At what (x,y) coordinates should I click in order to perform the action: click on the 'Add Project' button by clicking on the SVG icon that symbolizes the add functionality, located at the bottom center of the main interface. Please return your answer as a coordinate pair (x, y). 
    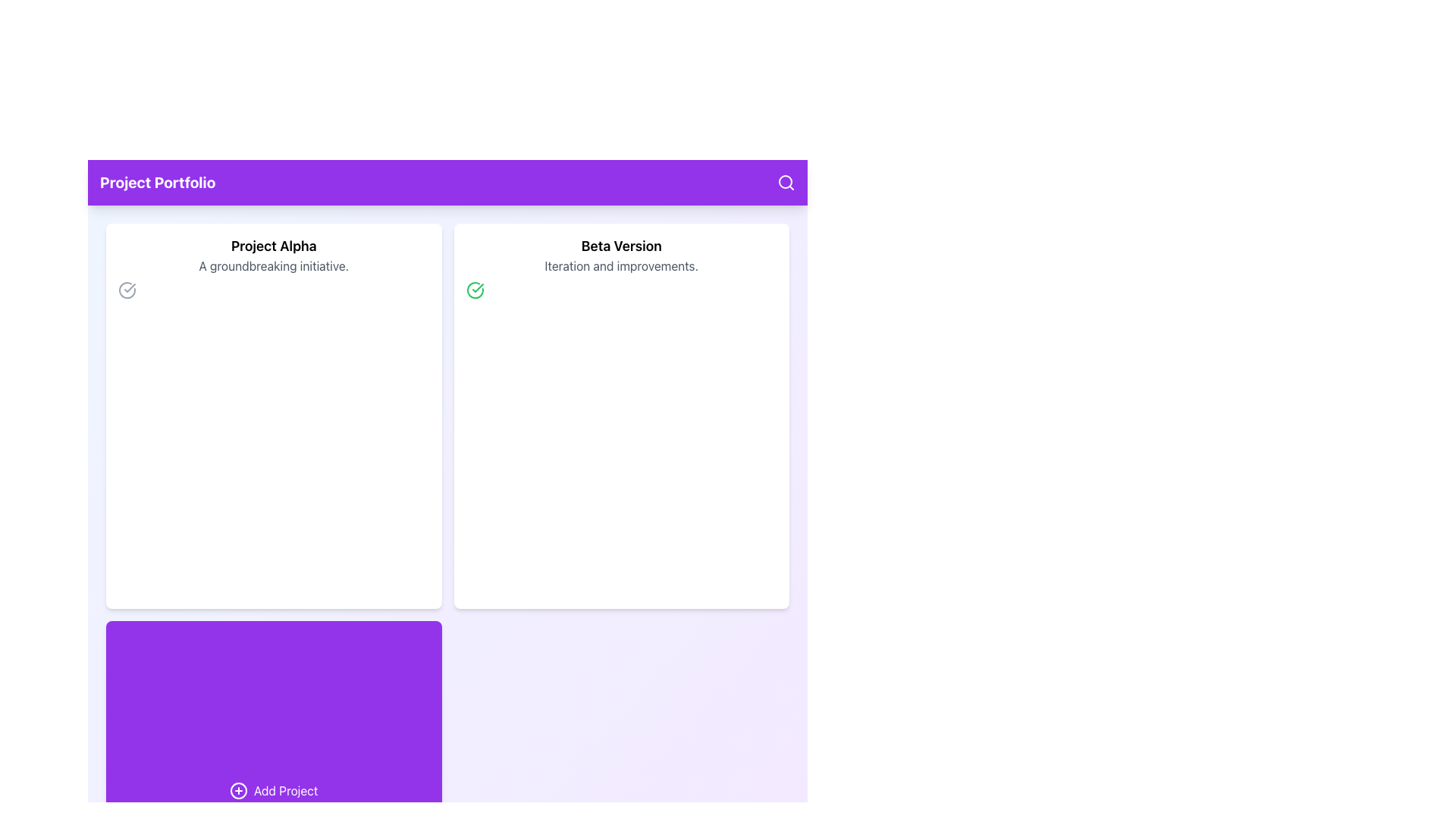
    Looking at the image, I should click on (238, 789).